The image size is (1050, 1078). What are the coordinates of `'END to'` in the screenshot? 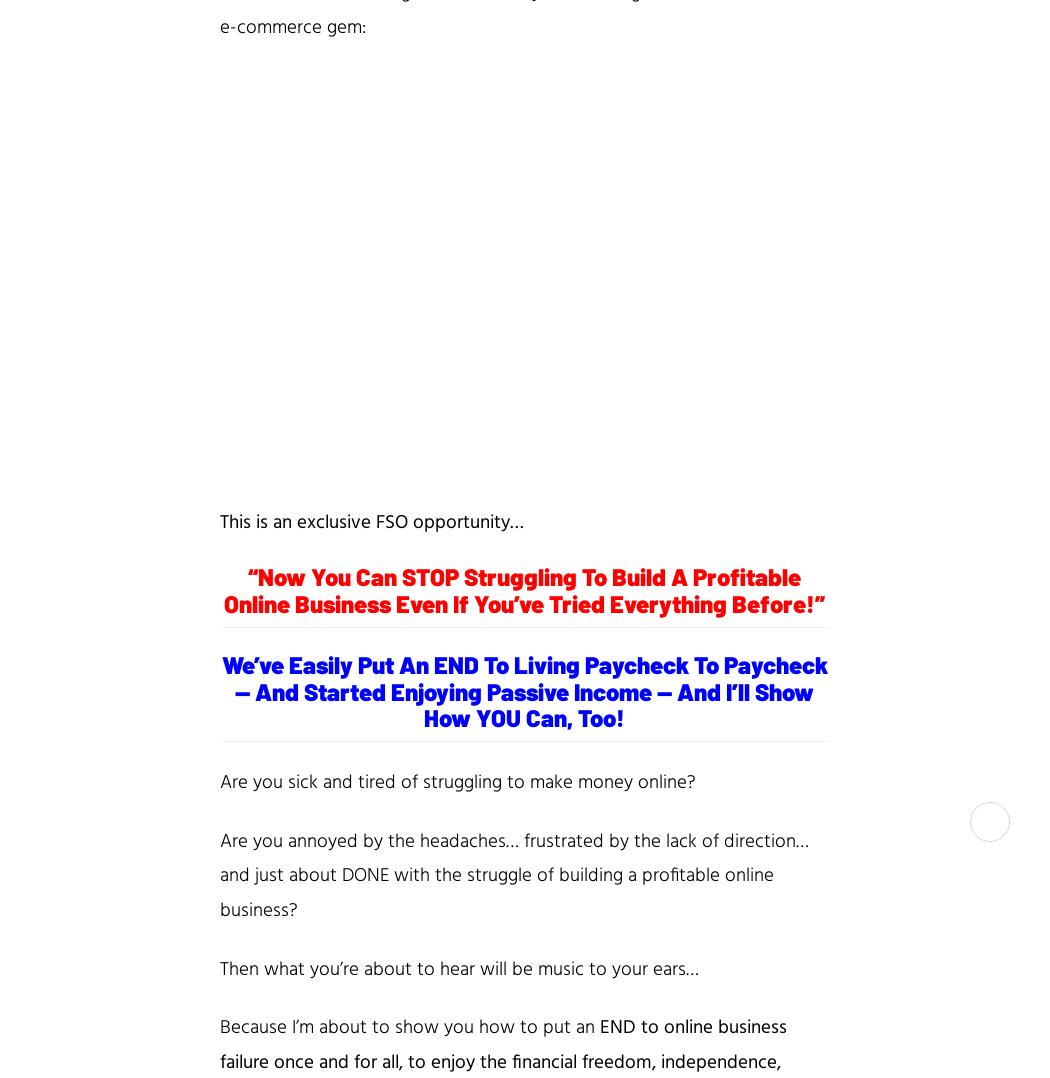 It's located at (631, 1026).